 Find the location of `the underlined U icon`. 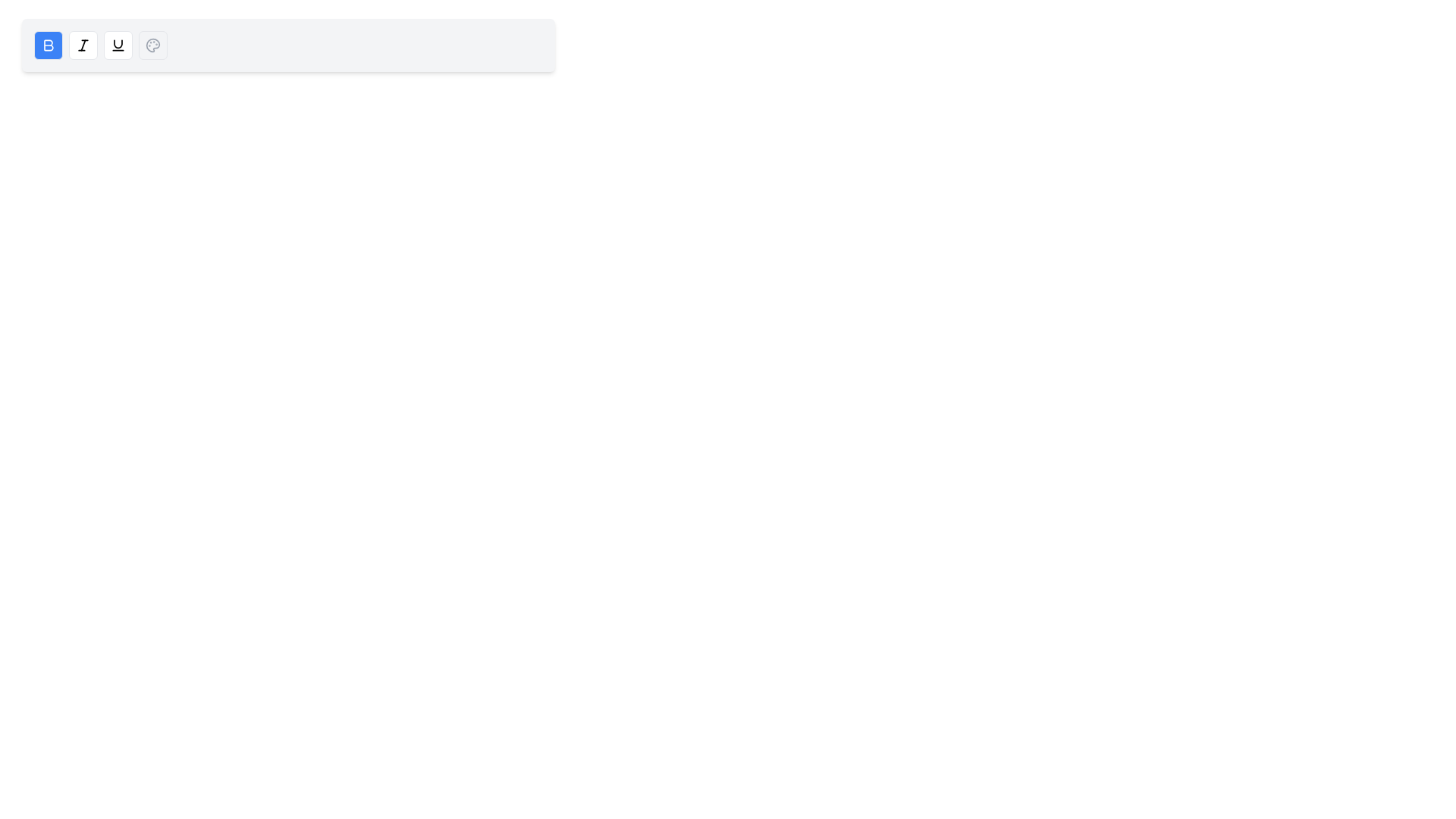

the underlined U icon is located at coordinates (118, 45).